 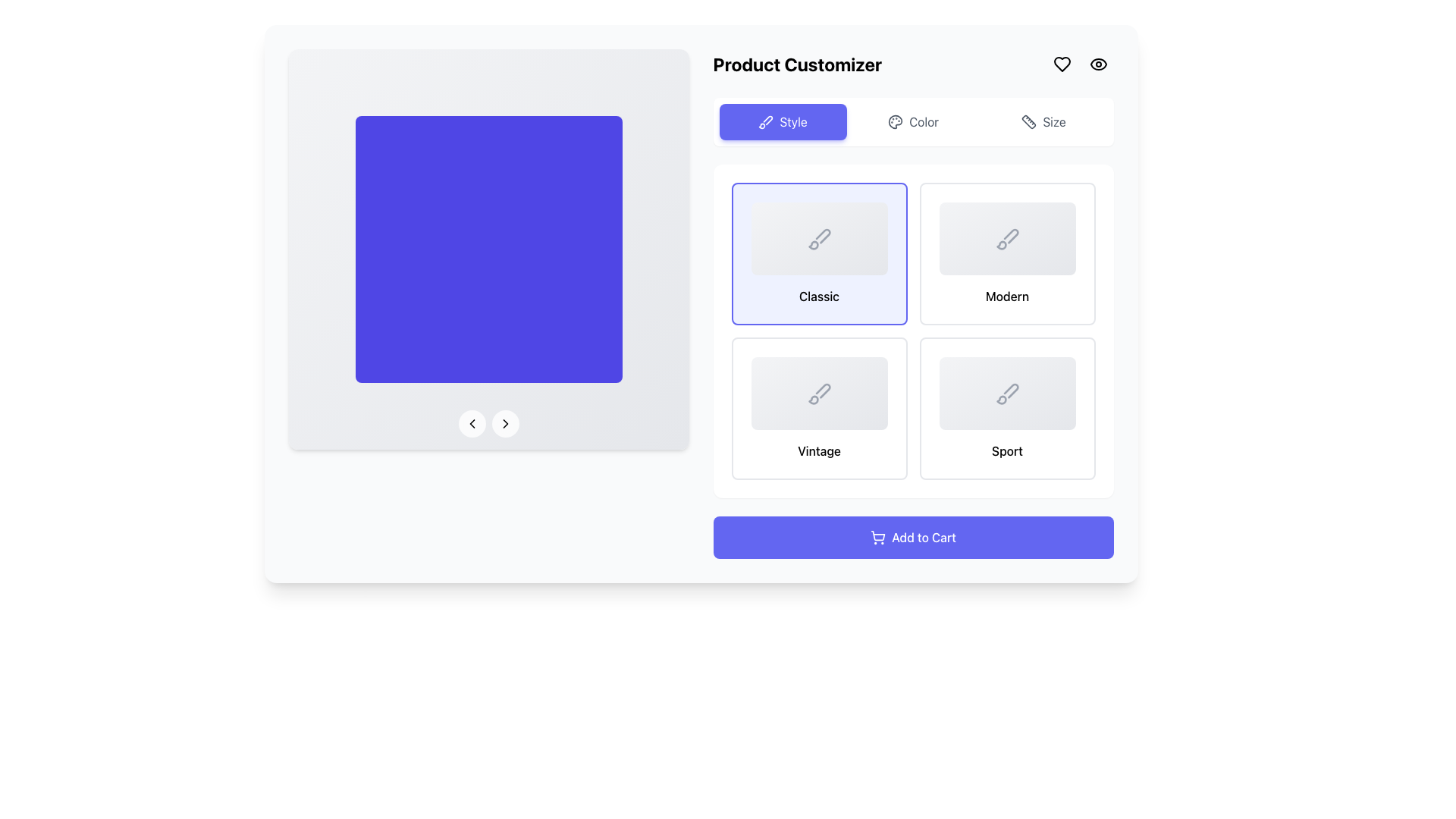 What do you see at coordinates (818, 239) in the screenshot?
I see `the inactive paintbrush icon located in the 'Classic' option box, which is the top-left style option among four styles labeled 'Style', 'Color', and 'Size'` at bounding box center [818, 239].